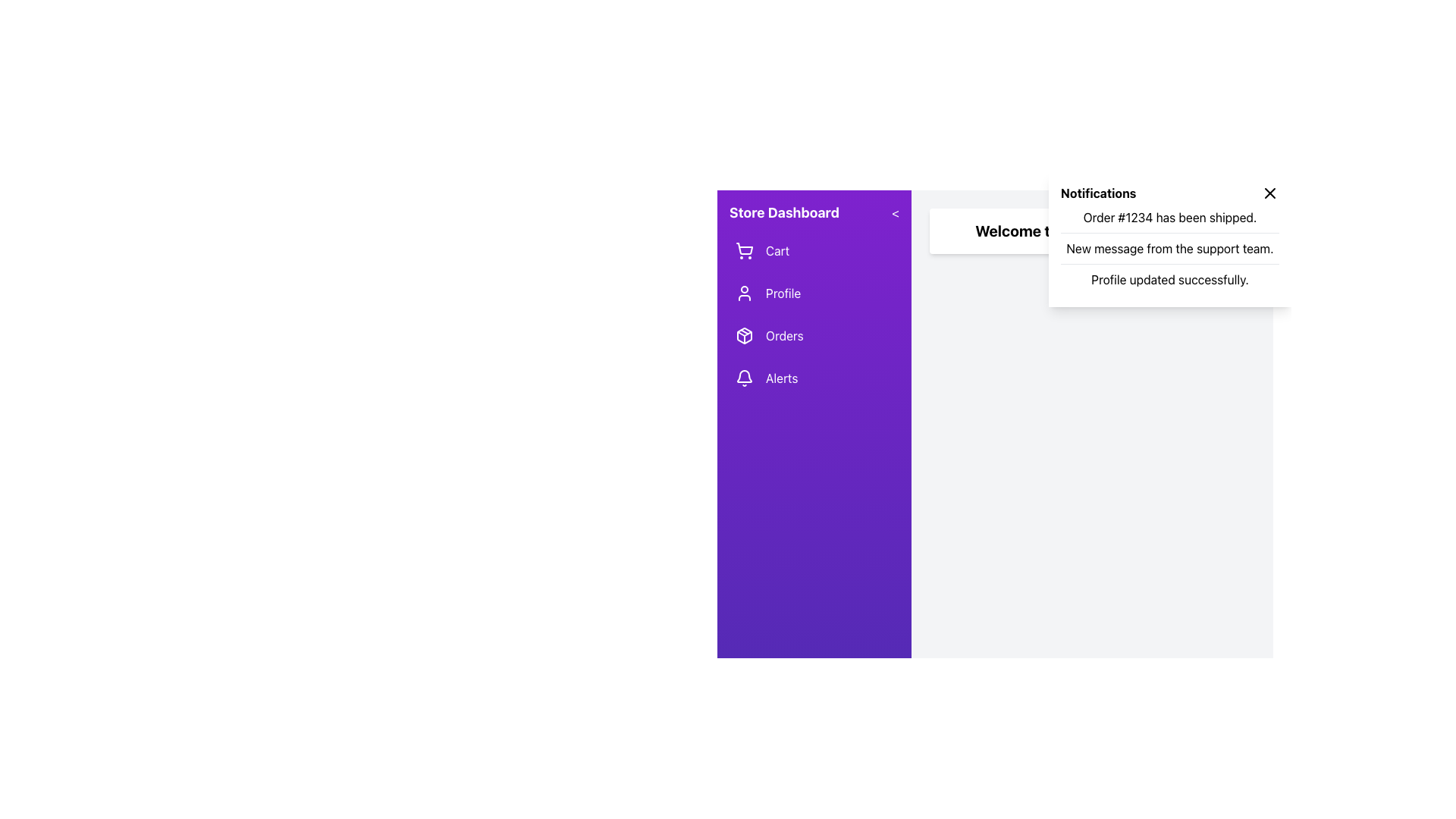 The image size is (1456, 819). What do you see at coordinates (896, 213) in the screenshot?
I see `the navigation arrow icon located` at bounding box center [896, 213].